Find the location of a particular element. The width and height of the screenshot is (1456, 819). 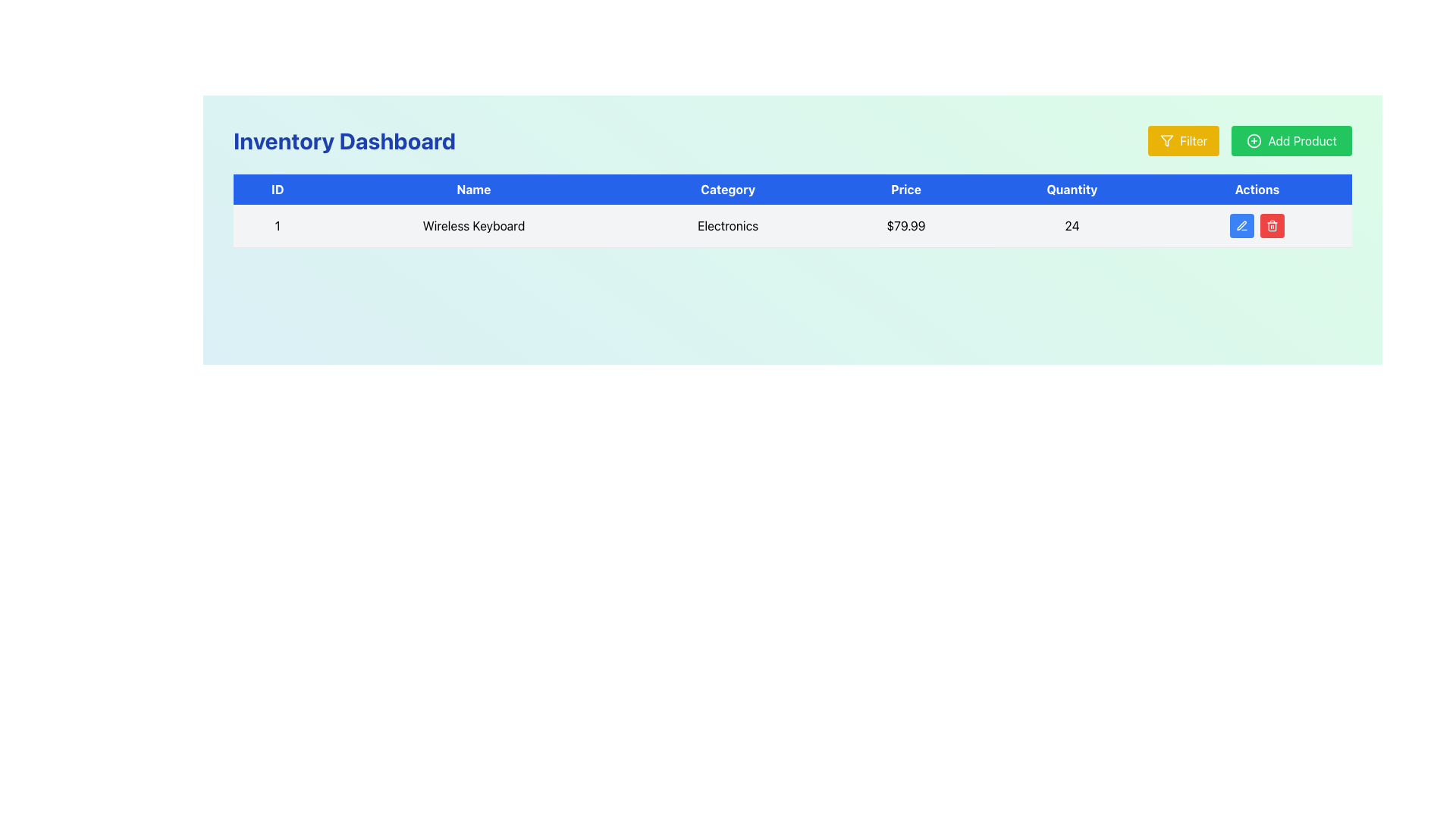

the 'Filter' button located at the top-right corner of the interface, adjacent to the 'Add Product' button, for keyboard navigation is located at coordinates (1183, 140).